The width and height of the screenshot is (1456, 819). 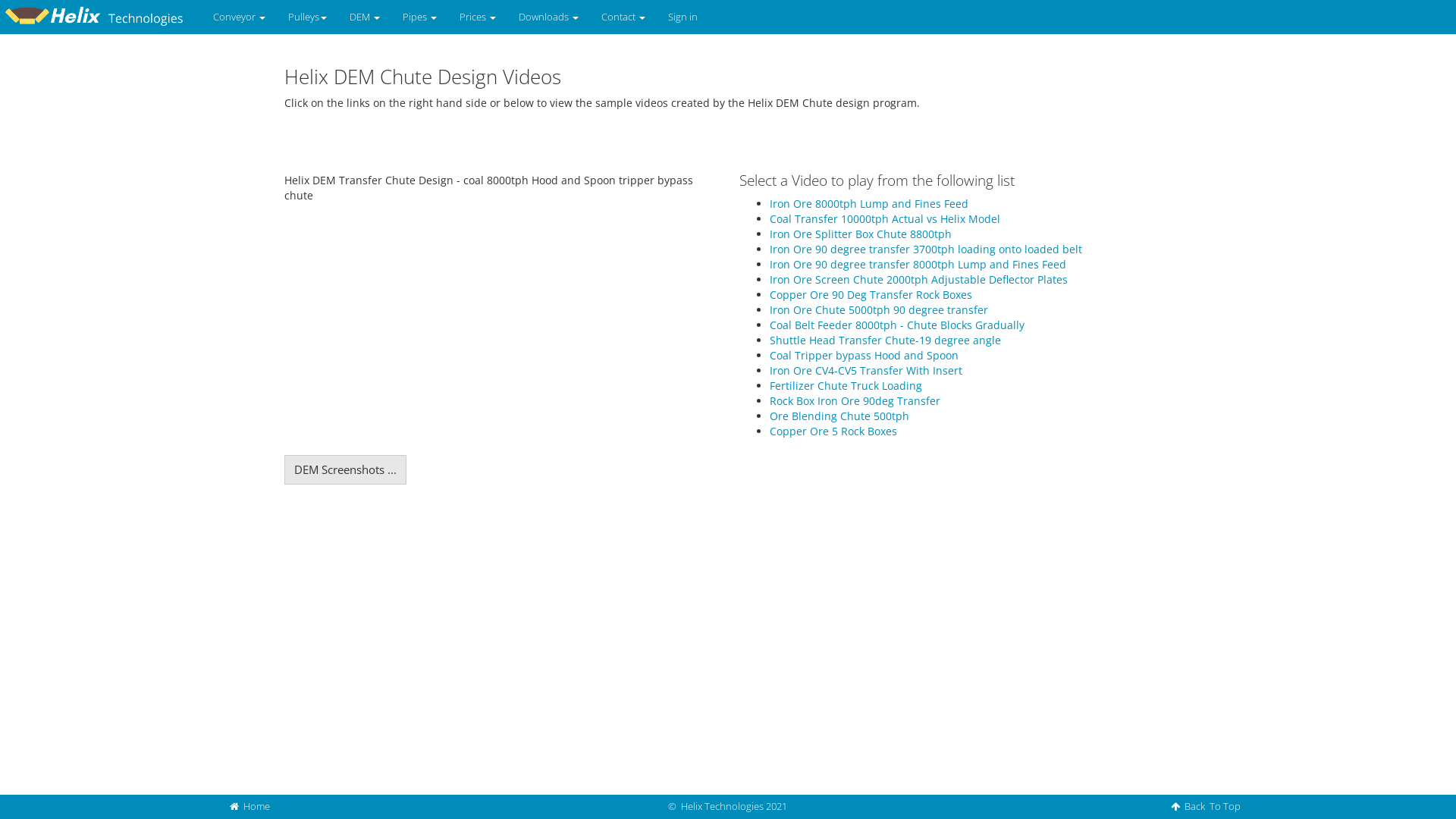 I want to click on 'Copper Ore 90 Deg Transfer Rock Boxes', so click(x=871, y=294).